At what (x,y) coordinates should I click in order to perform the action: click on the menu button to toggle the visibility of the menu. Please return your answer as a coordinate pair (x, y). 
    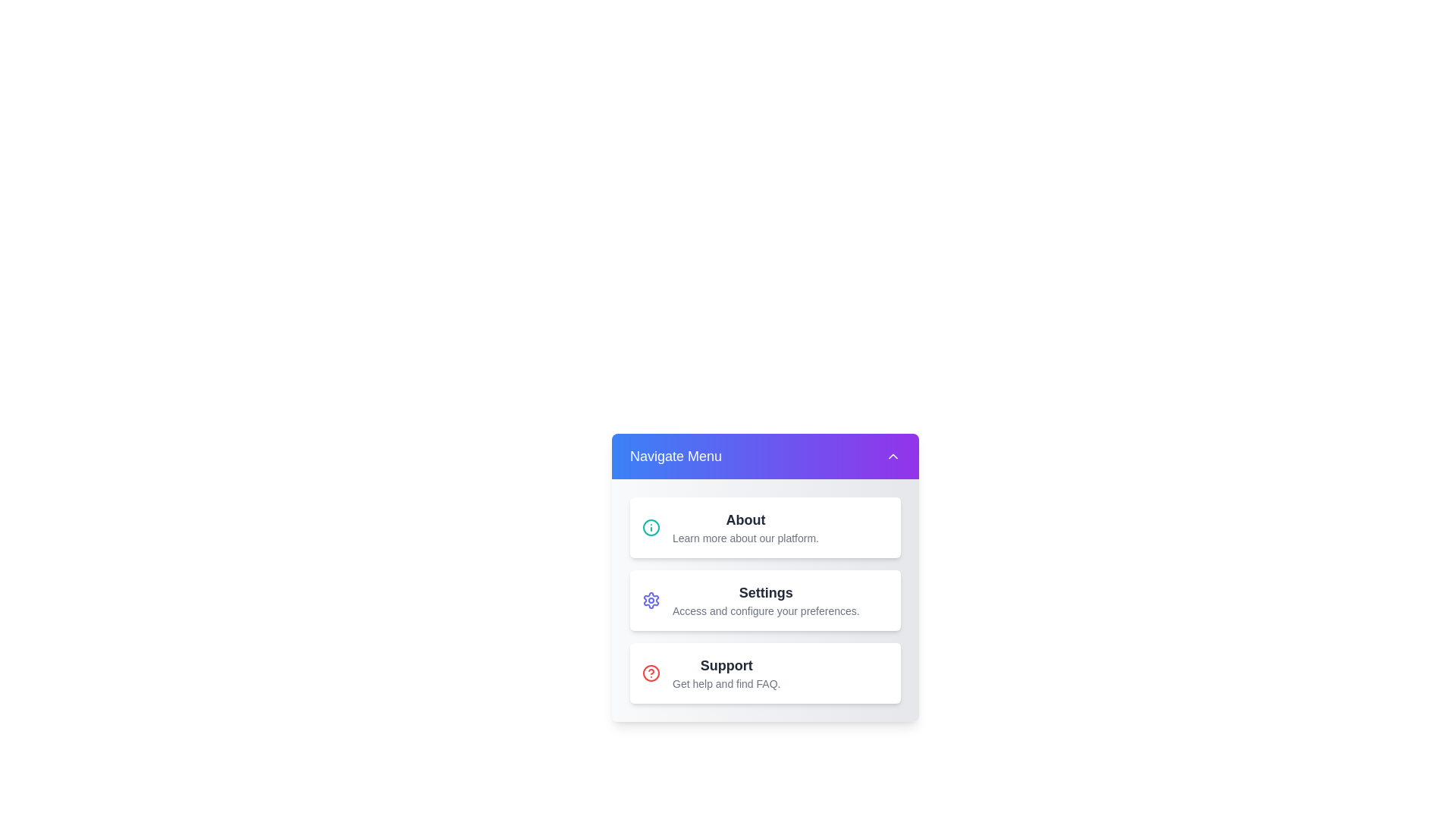
    Looking at the image, I should click on (765, 455).